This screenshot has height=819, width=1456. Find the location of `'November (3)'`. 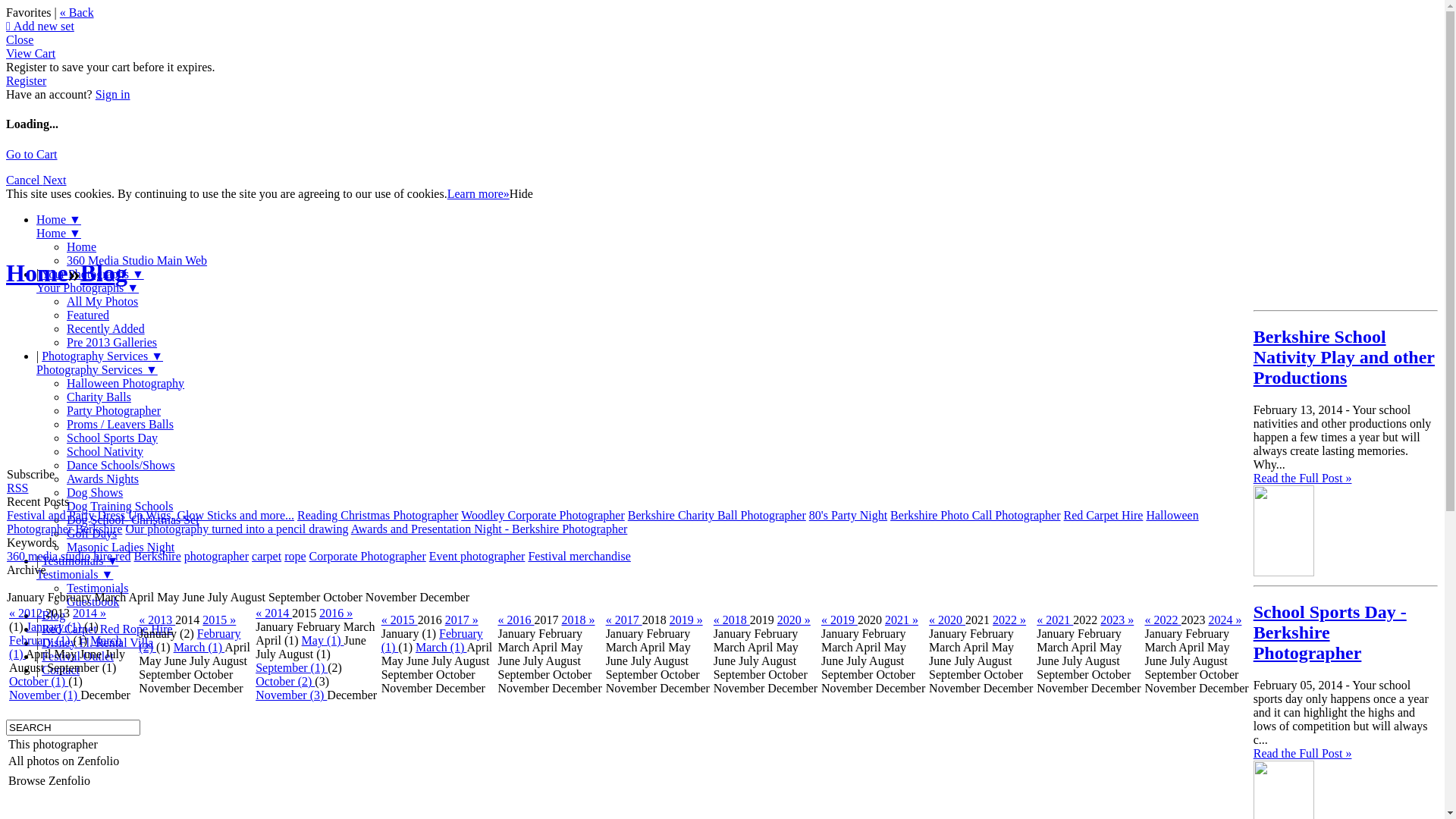

'November (3)' is located at coordinates (255, 695).